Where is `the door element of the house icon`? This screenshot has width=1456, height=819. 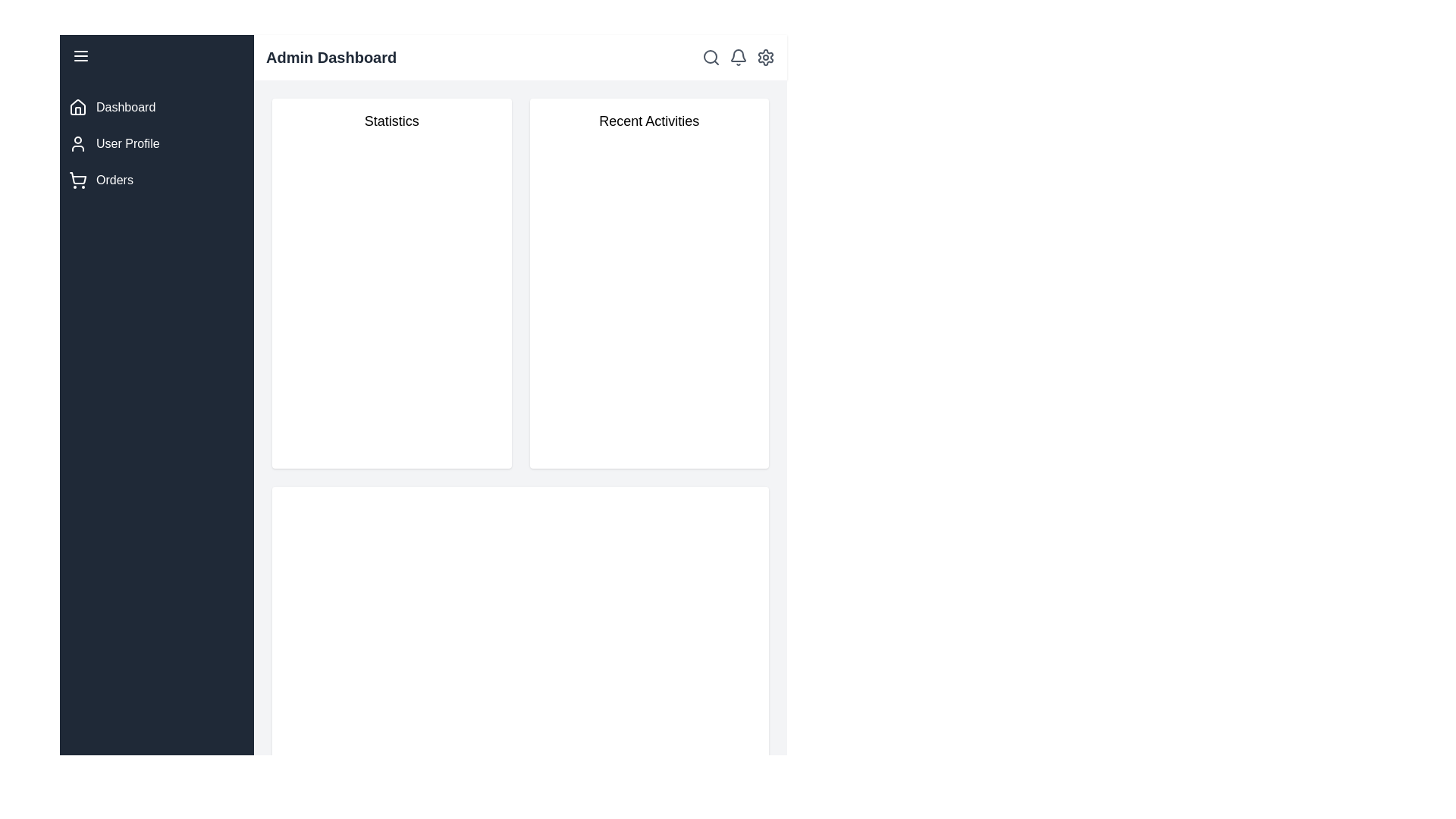 the door element of the house icon is located at coordinates (77, 110).